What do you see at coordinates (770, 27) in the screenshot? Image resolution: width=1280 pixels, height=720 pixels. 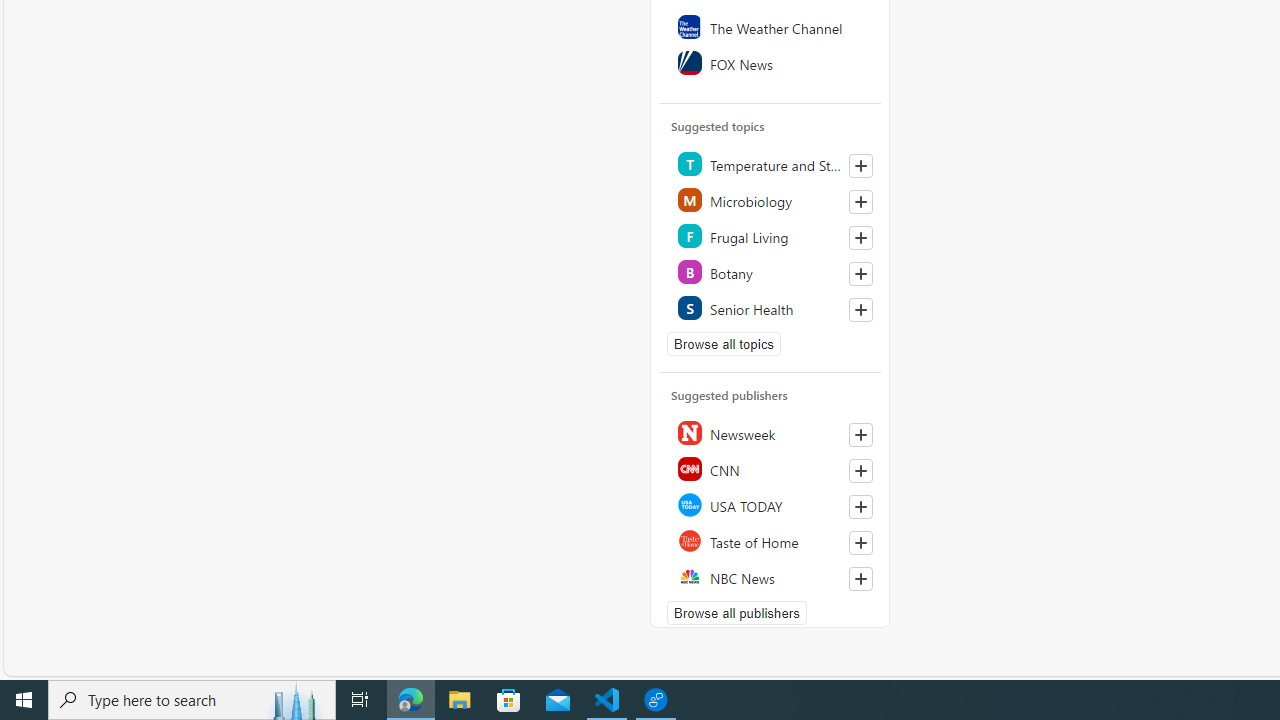 I see `'The Weather Channel'` at bounding box center [770, 27].